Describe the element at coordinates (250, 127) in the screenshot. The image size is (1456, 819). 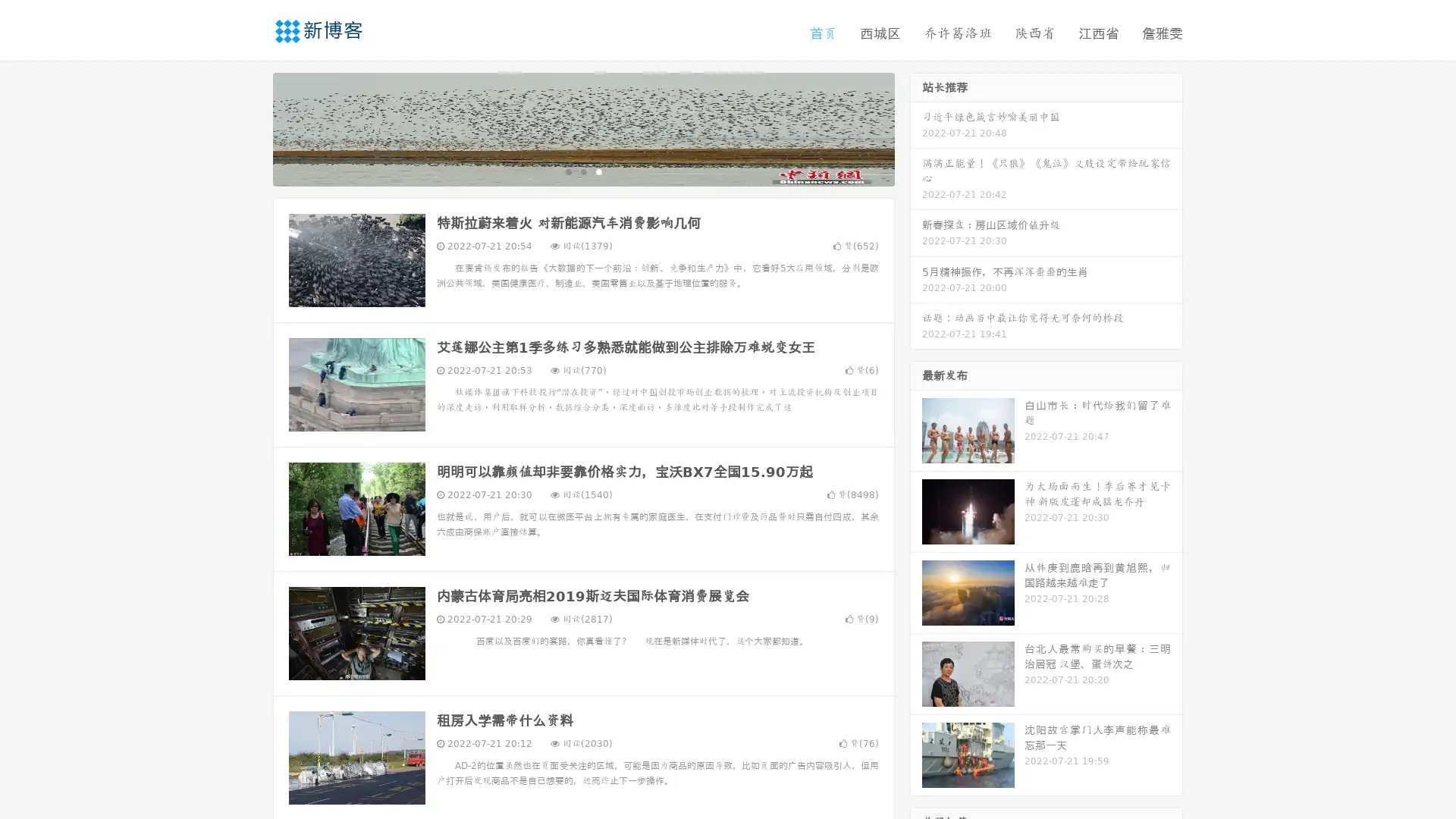
I see `Previous slide` at that location.